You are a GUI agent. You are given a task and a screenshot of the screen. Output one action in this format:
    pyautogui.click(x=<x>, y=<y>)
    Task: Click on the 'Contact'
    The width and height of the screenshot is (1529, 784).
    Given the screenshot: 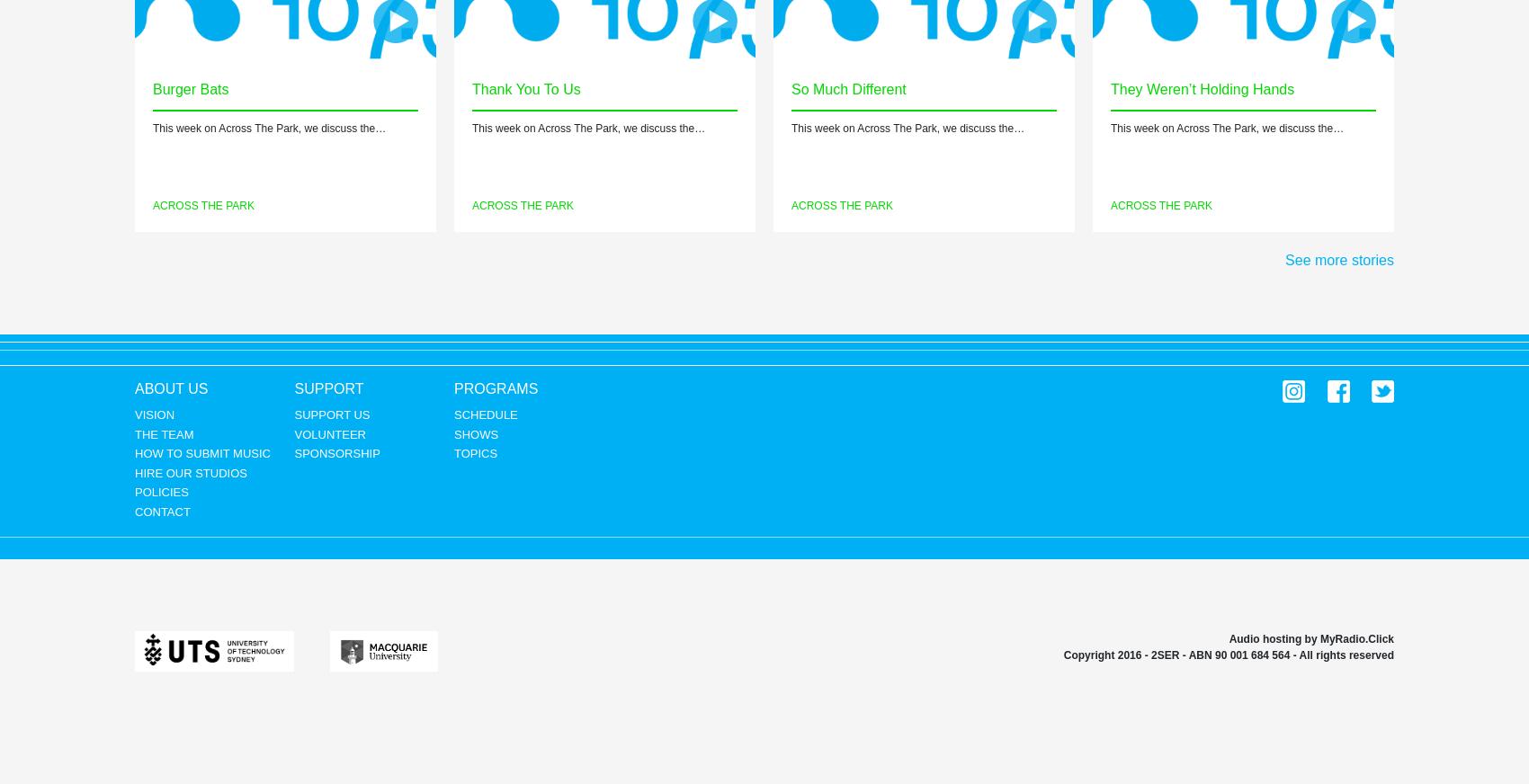 What is the action you would take?
    pyautogui.click(x=161, y=511)
    